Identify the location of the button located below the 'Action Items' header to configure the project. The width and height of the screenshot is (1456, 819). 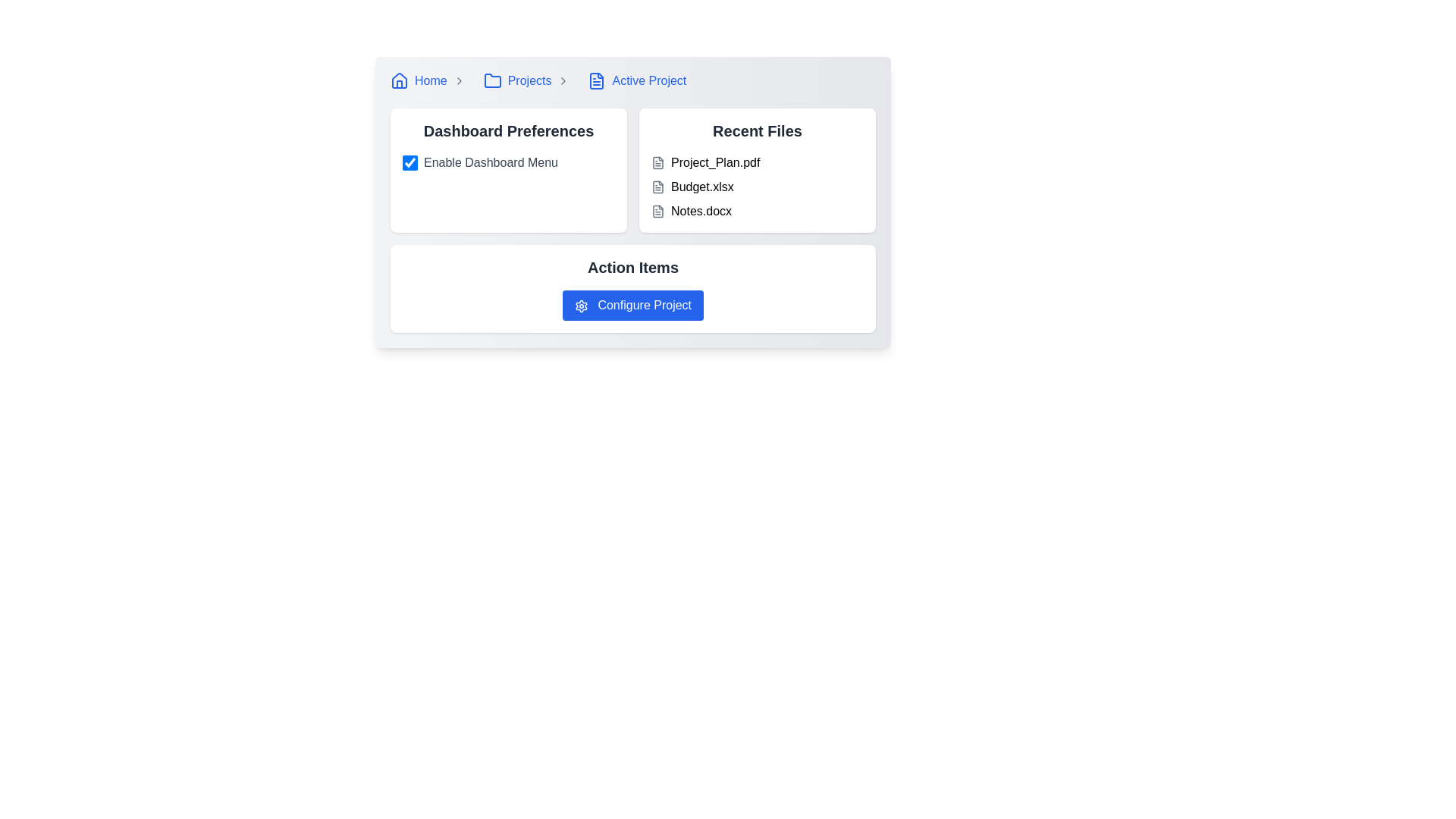
(633, 305).